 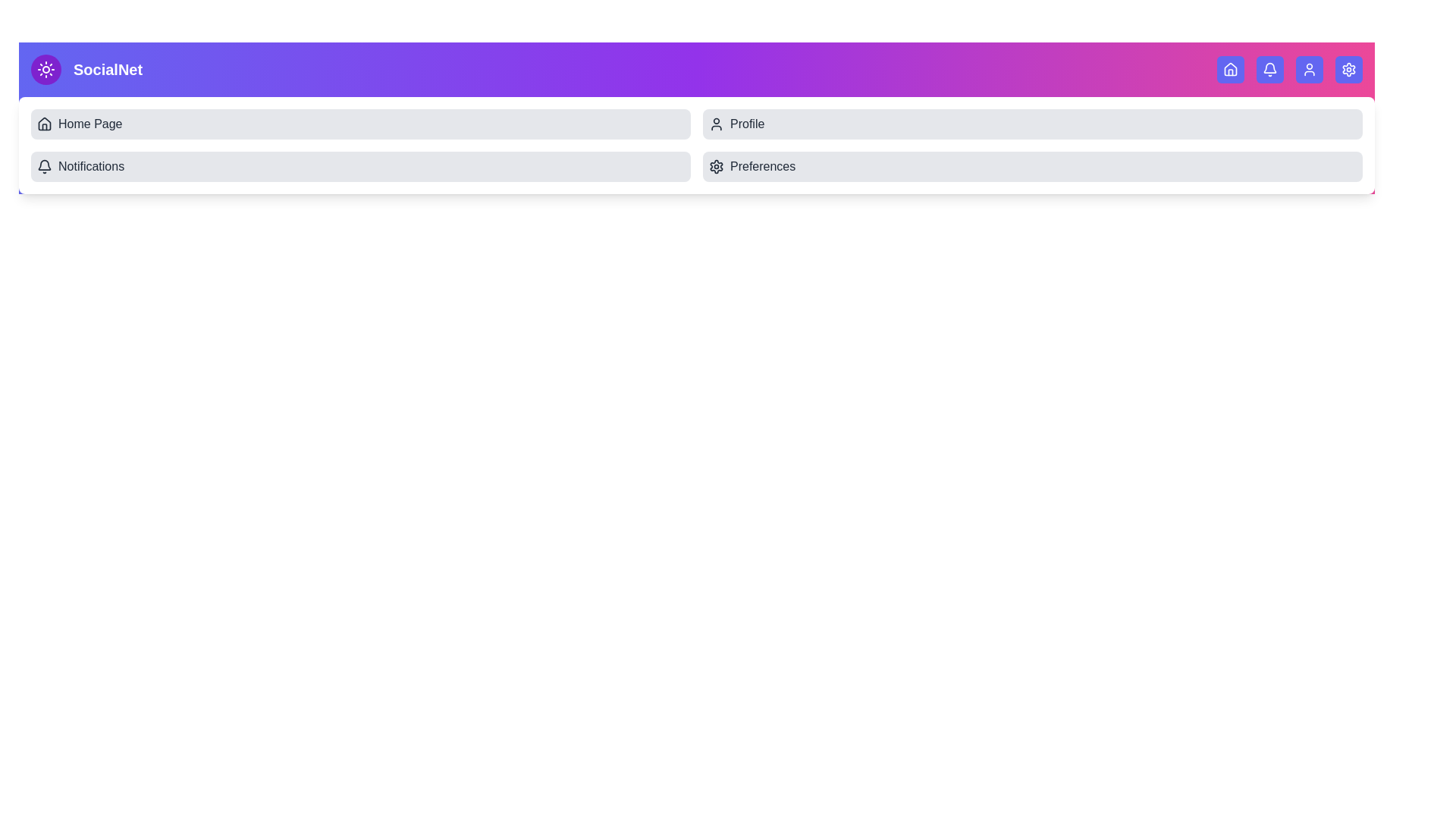 I want to click on the menu item Notifications from the available options, so click(x=359, y=166).